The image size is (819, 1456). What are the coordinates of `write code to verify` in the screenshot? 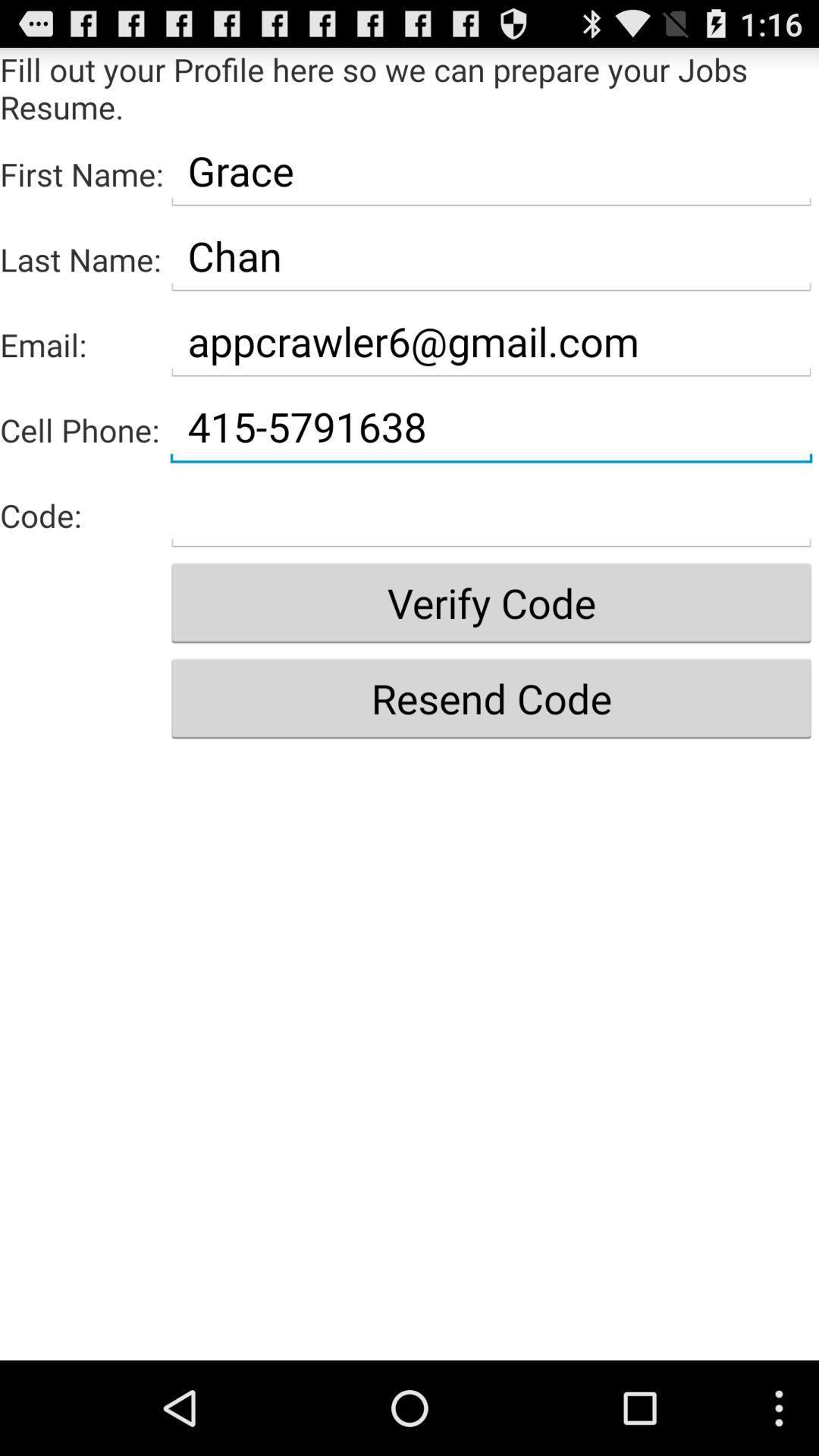 It's located at (491, 512).